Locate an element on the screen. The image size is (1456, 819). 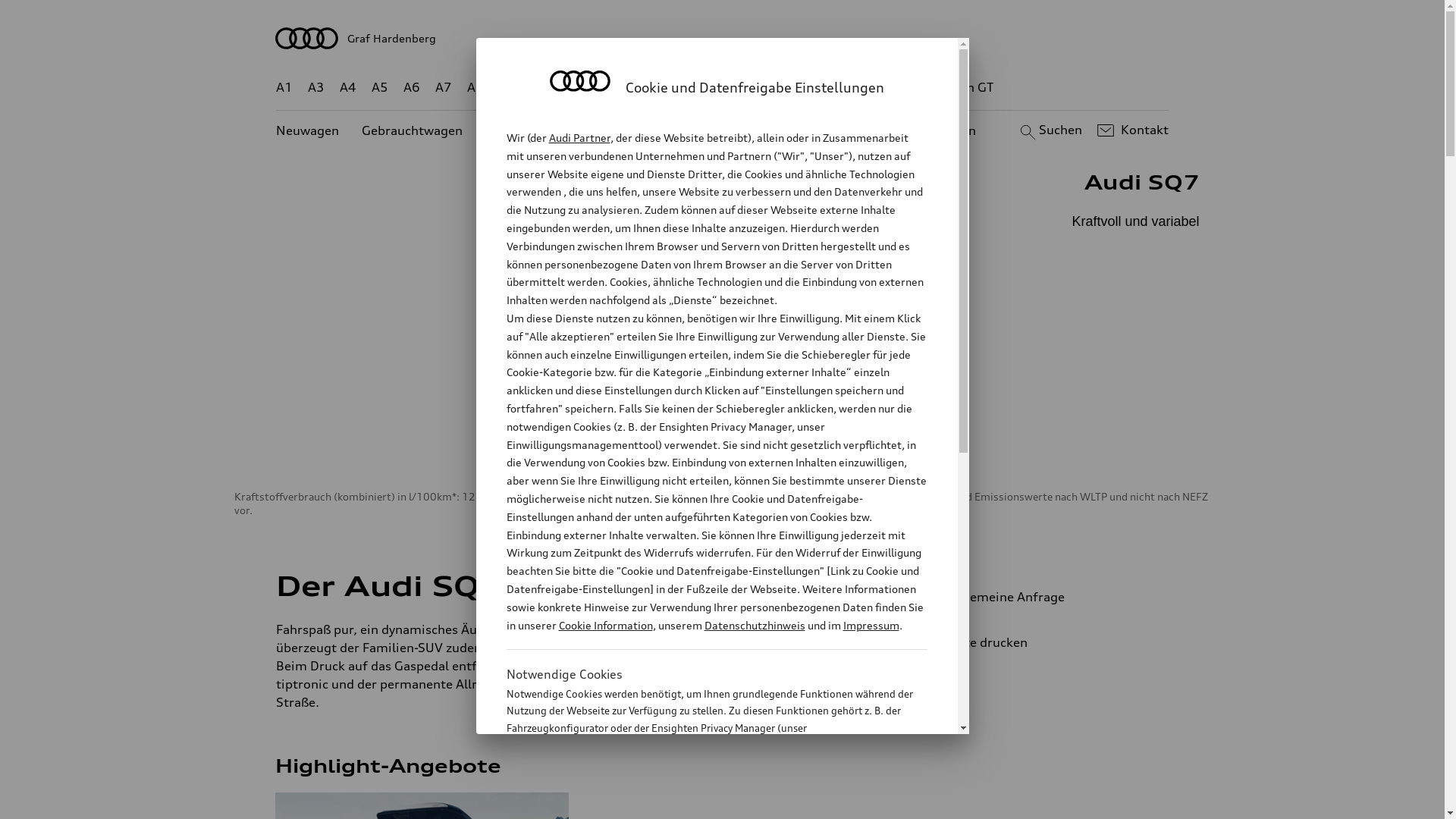
'Q2' is located at coordinates (498, 87).